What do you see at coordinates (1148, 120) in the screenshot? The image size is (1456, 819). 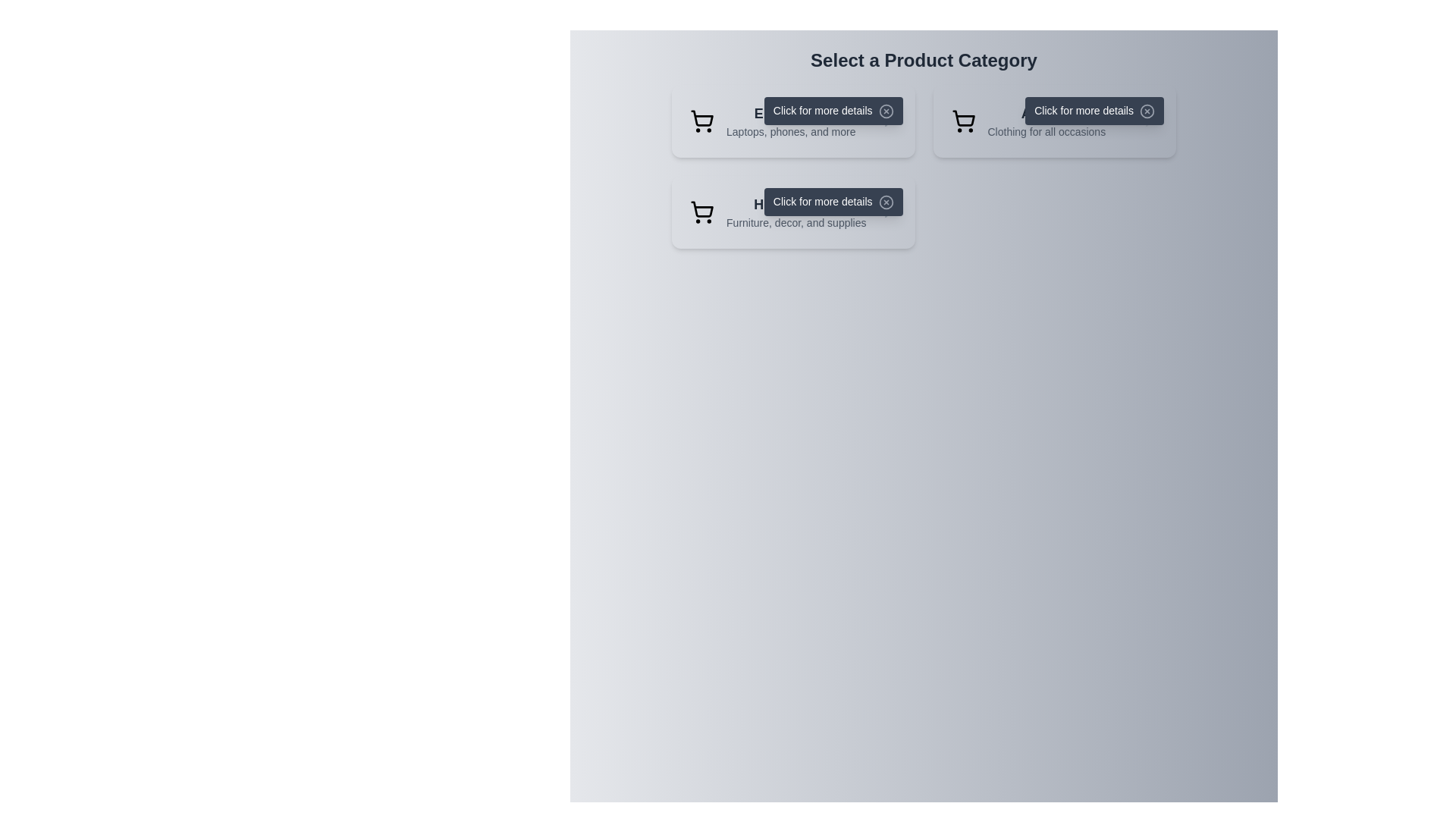 I see `the right-pointing chevron SVG icon located in the top-right category card` at bounding box center [1148, 120].